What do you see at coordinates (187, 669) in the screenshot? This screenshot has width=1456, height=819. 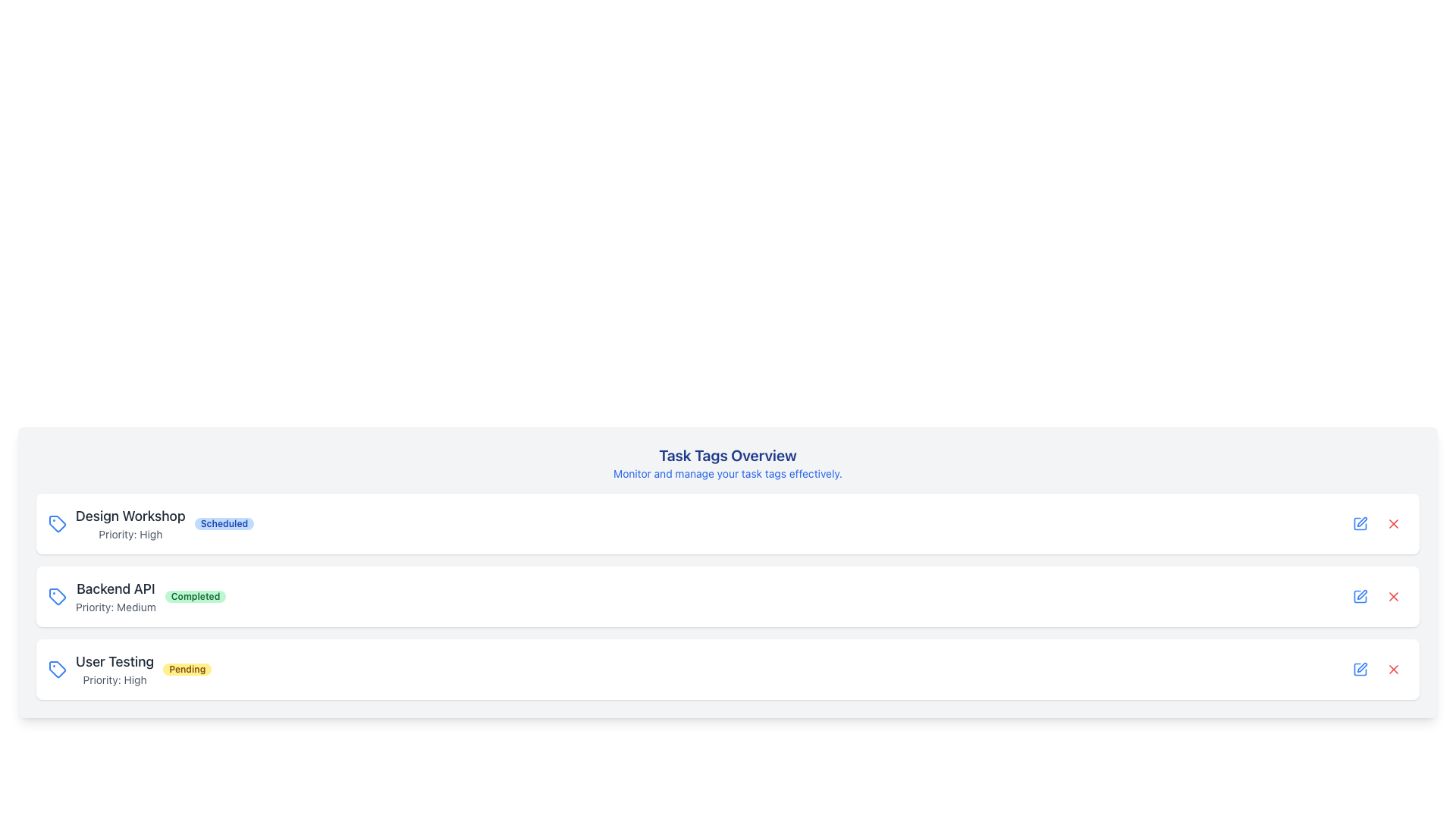 I see `the static text label indicating the status of 'User Testing', which displays 'Pending' in a pill-shaped yellow background` at bounding box center [187, 669].